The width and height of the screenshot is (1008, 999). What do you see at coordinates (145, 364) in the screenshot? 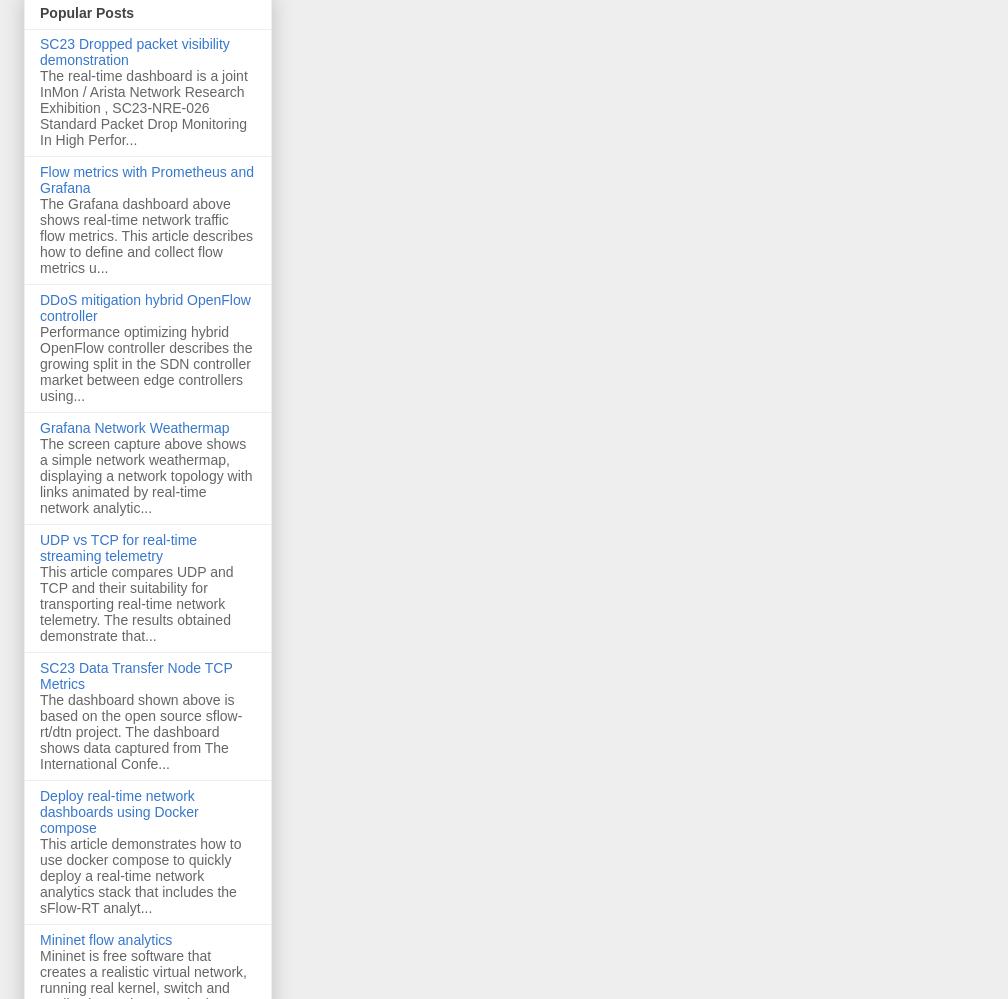
I see `'Performance optimizing hybrid OpenFlow controller  describes the growing split in the SDN controller market between edge controllers using...'` at bounding box center [145, 364].